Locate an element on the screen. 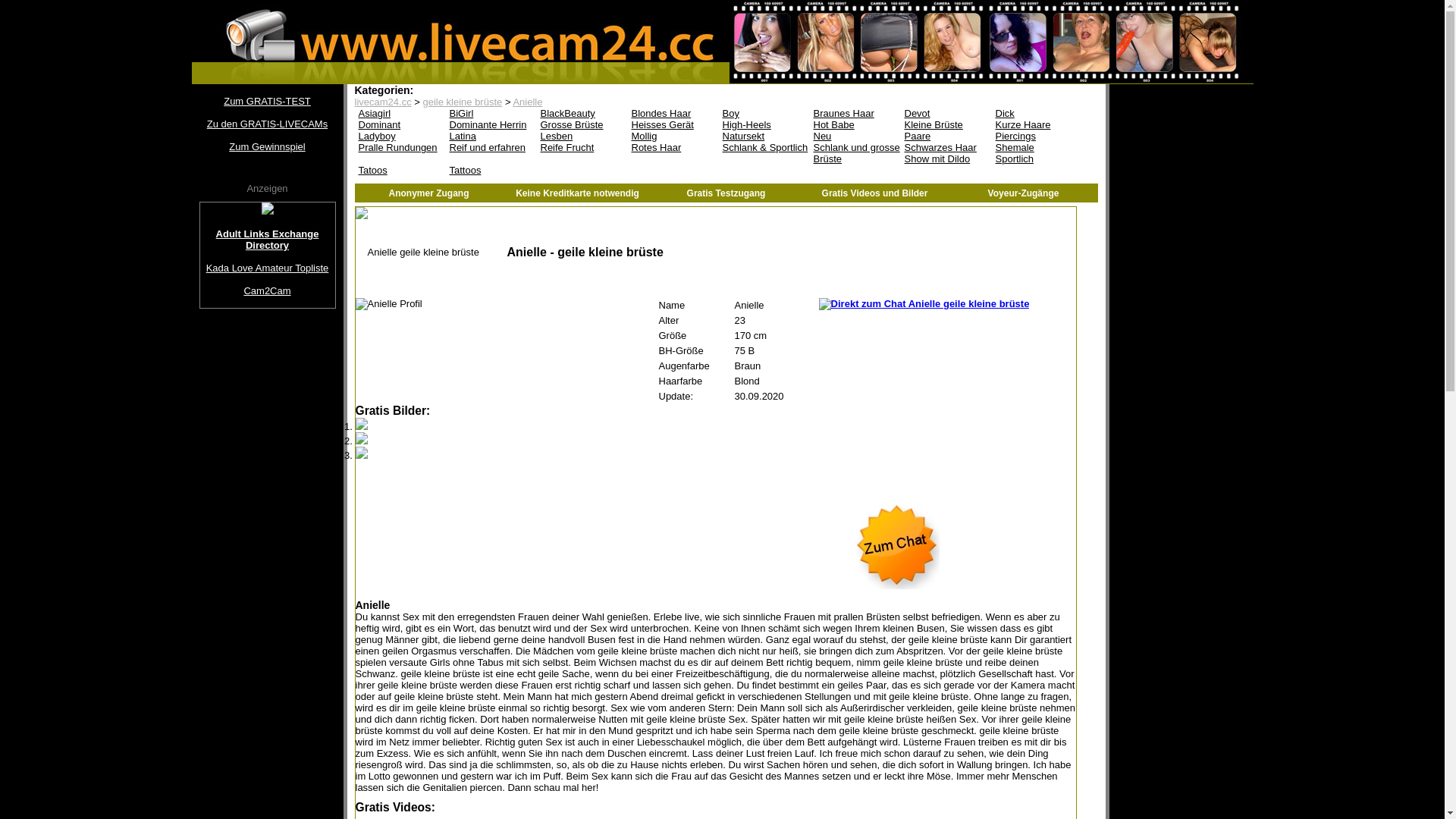 The image size is (1456, 819). 'High-Heels' is located at coordinates (764, 124).